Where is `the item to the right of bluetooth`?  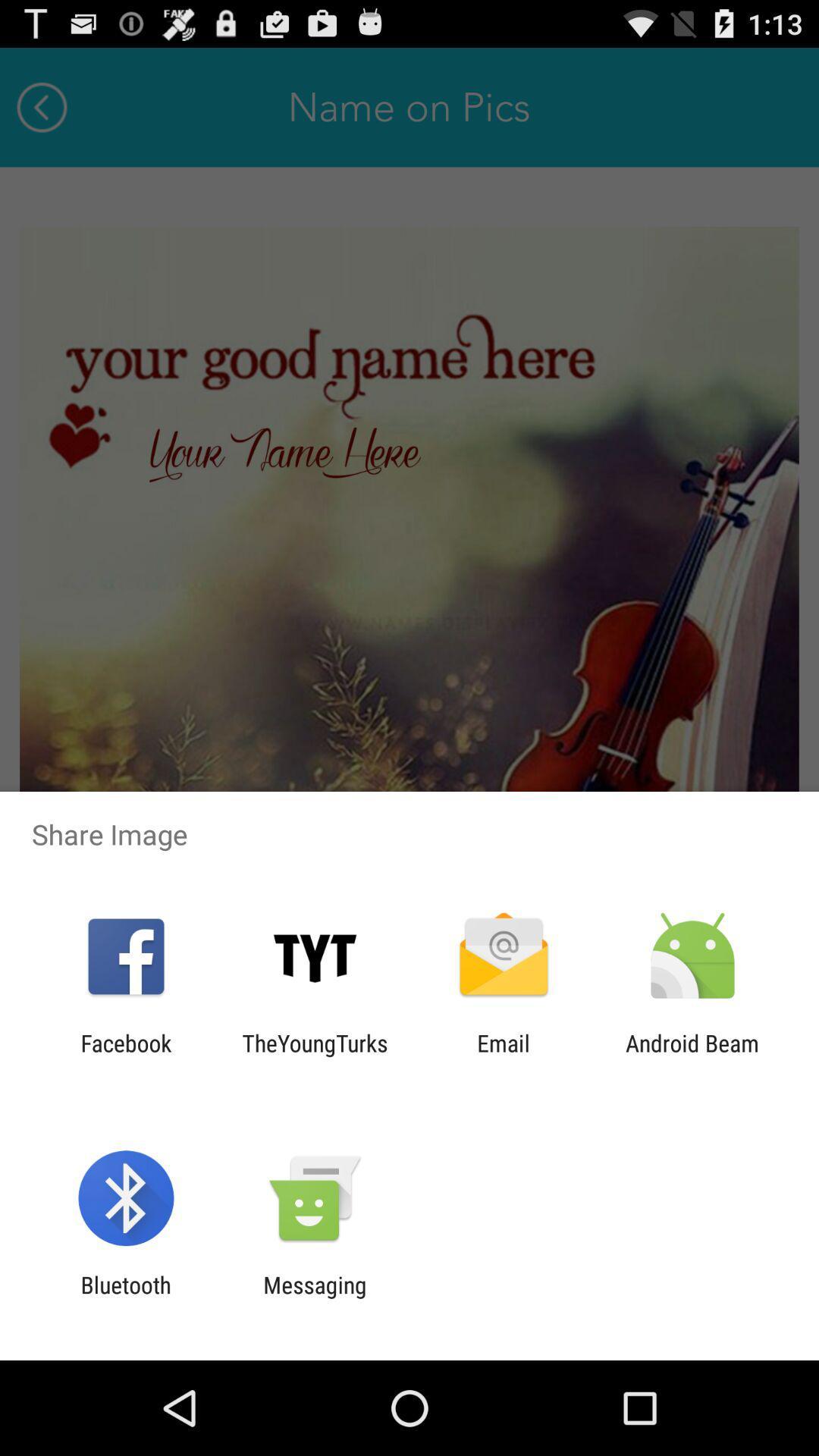
the item to the right of bluetooth is located at coordinates (314, 1298).